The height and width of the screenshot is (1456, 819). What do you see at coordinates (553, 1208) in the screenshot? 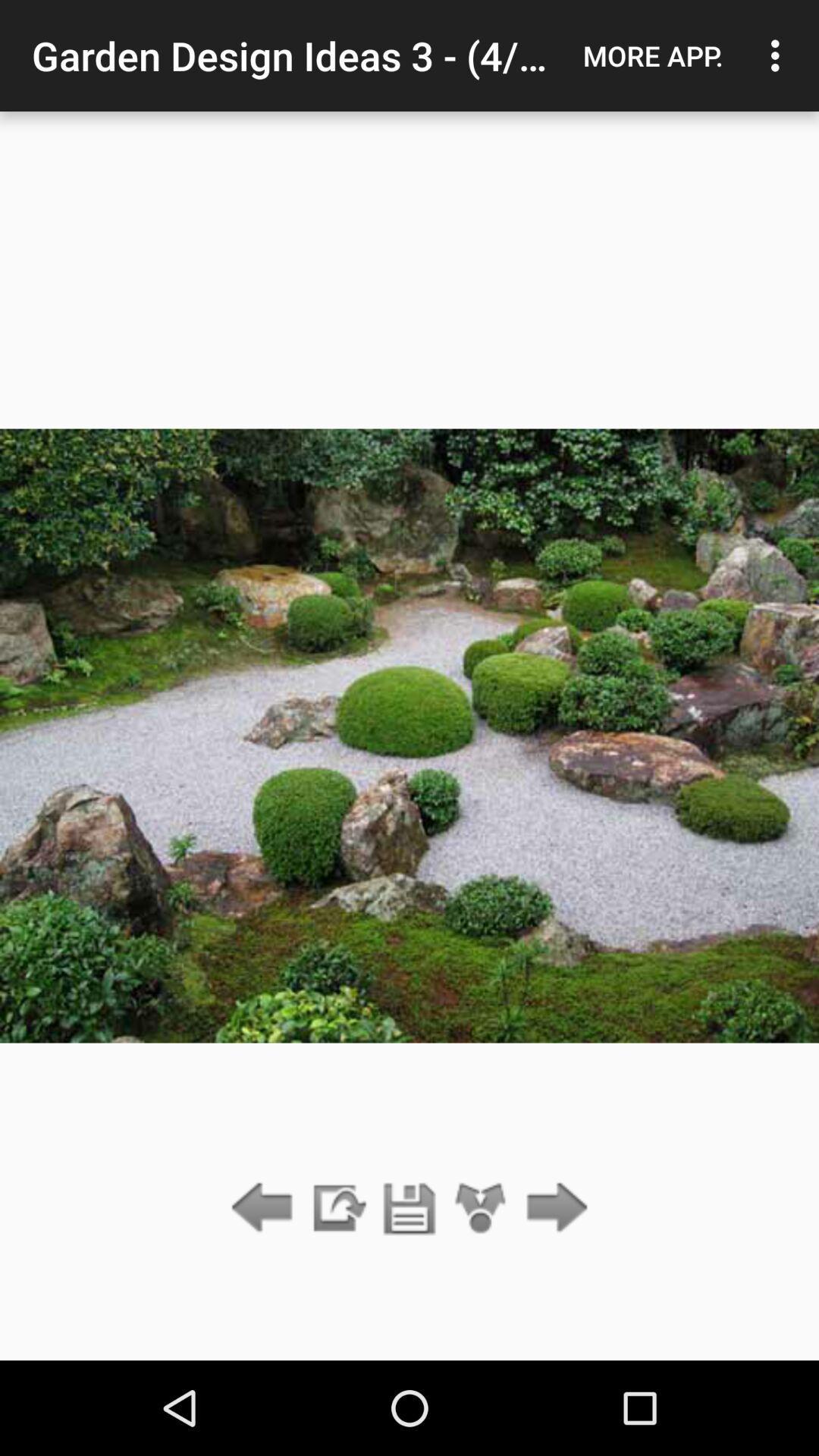
I see `next photo` at bounding box center [553, 1208].